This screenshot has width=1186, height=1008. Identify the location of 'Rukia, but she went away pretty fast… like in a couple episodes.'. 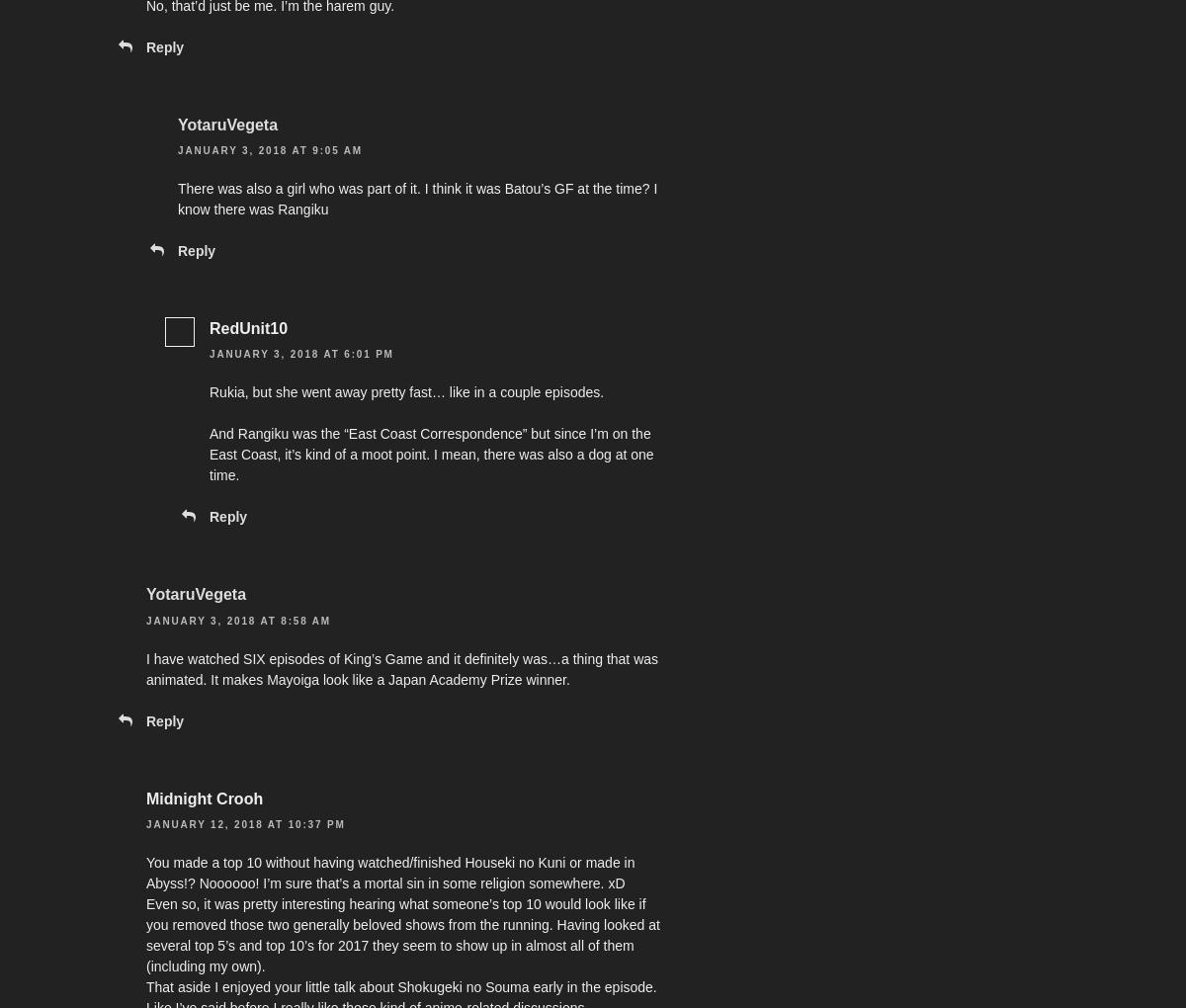
(406, 391).